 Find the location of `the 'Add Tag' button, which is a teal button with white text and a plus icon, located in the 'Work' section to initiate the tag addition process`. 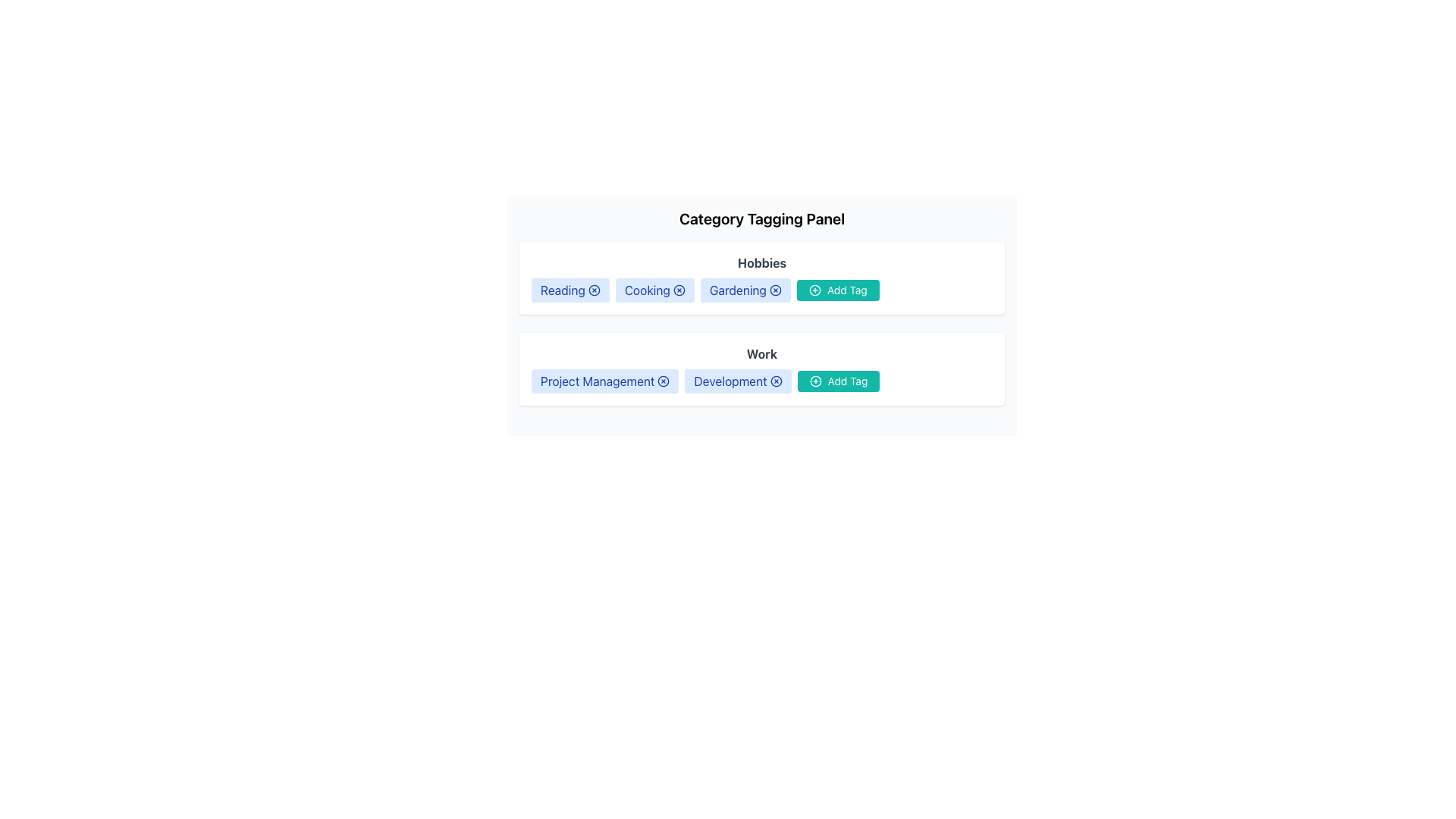

the 'Add Tag' button, which is a teal button with white text and a plus icon, located in the 'Work' section to initiate the tag addition process is located at coordinates (837, 380).